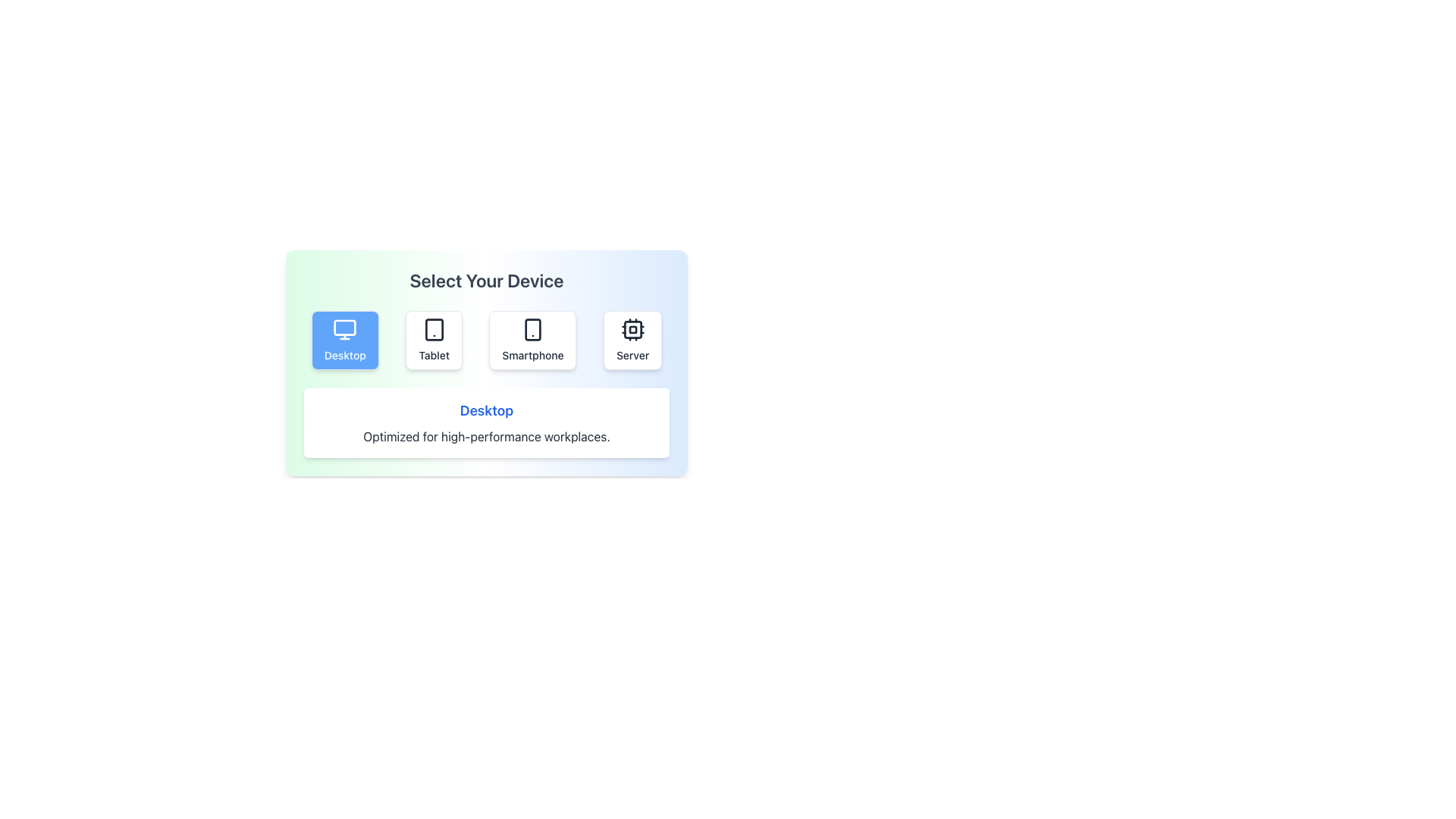 This screenshot has width=1456, height=819. I want to click on the text block labeled 'Desktop' with a description 'Optimized for high-performance workplaces.' located beneath the device options in the 'Select Your Device' panel, so click(487, 423).